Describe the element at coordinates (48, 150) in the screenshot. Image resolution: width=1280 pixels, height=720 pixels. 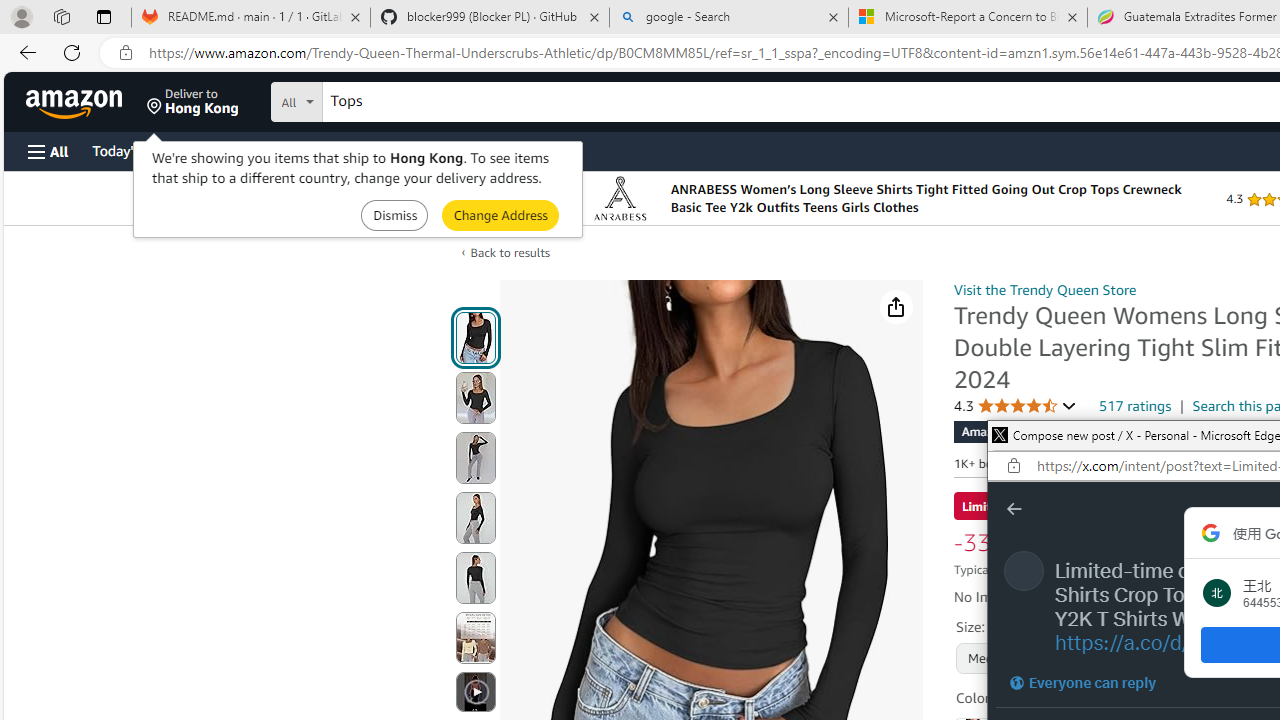
I see `'Open Menu'` at that location.